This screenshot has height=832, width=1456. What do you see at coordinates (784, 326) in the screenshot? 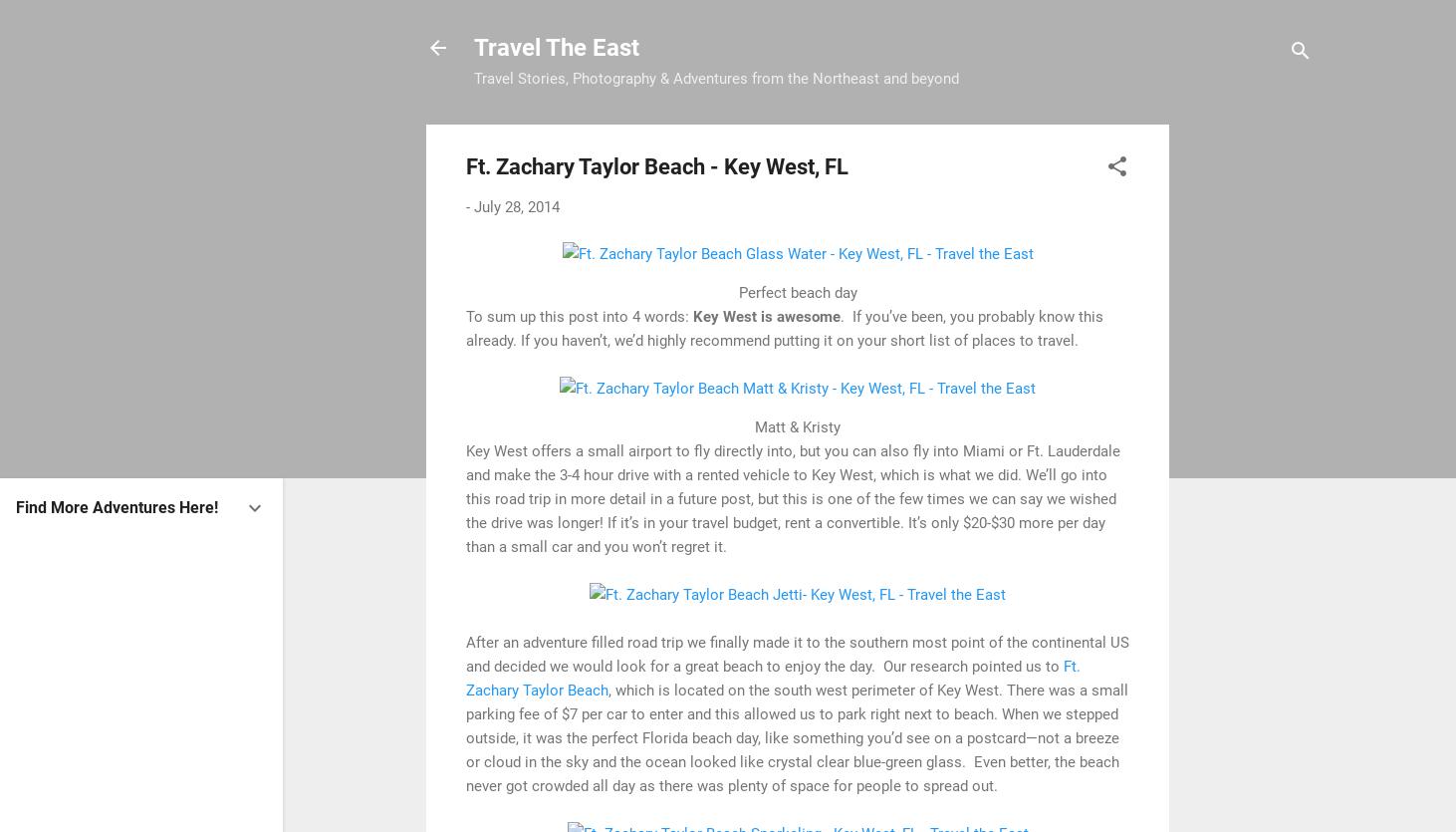
I see `'.  If you’ve been, you probably know this
already. If you haven’t,'` at bounding box center [784, 326].